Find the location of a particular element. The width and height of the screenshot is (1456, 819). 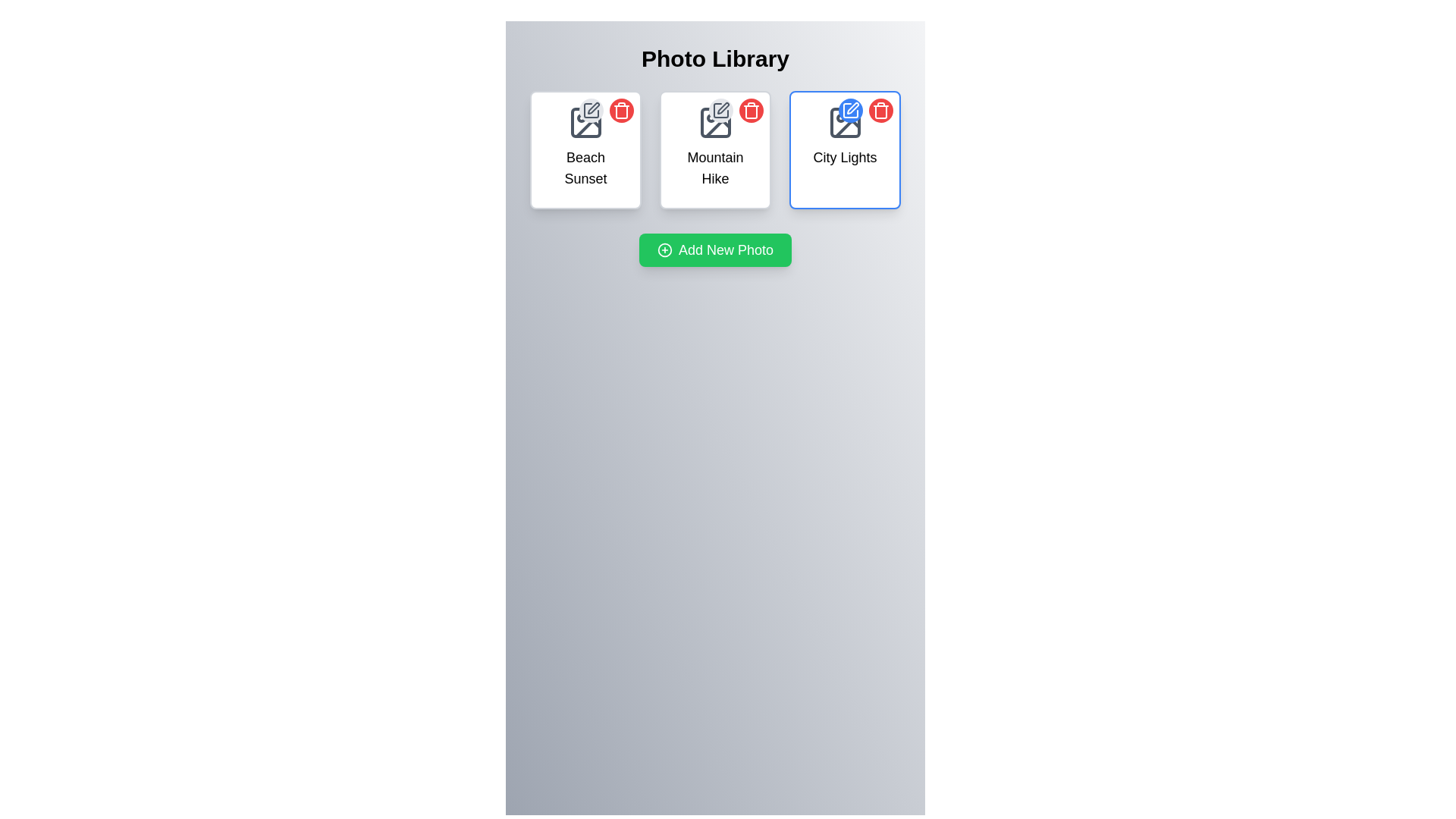

the circular icon with a plus sign inside the green button labeled 'Add New Photo' is located at coordinates (664, 249).